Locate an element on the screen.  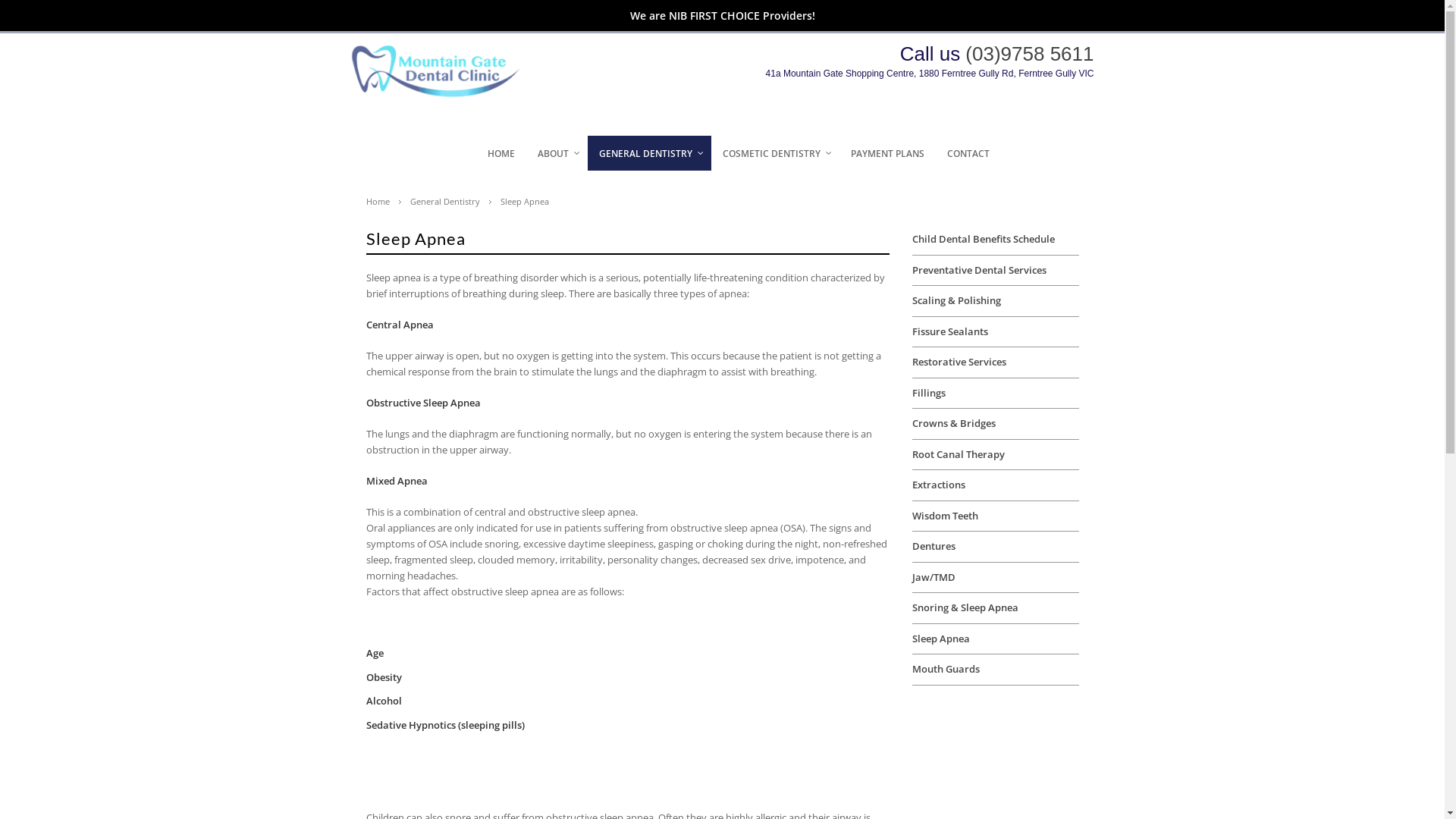
'PAYMENT PLANS' is located at coordinates (886, 153).